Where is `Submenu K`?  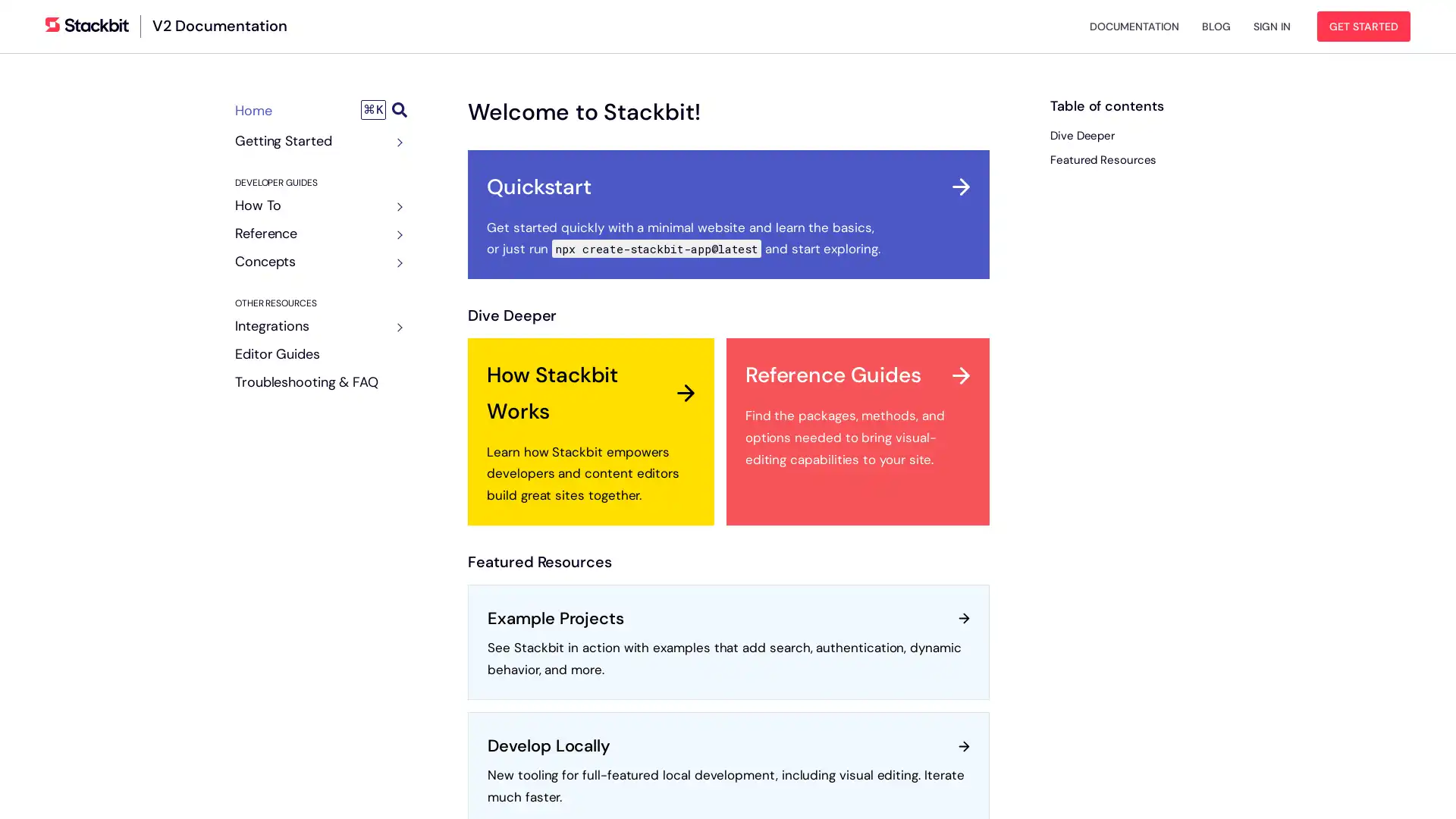 Submenu K is located at coordinates (384, 109).